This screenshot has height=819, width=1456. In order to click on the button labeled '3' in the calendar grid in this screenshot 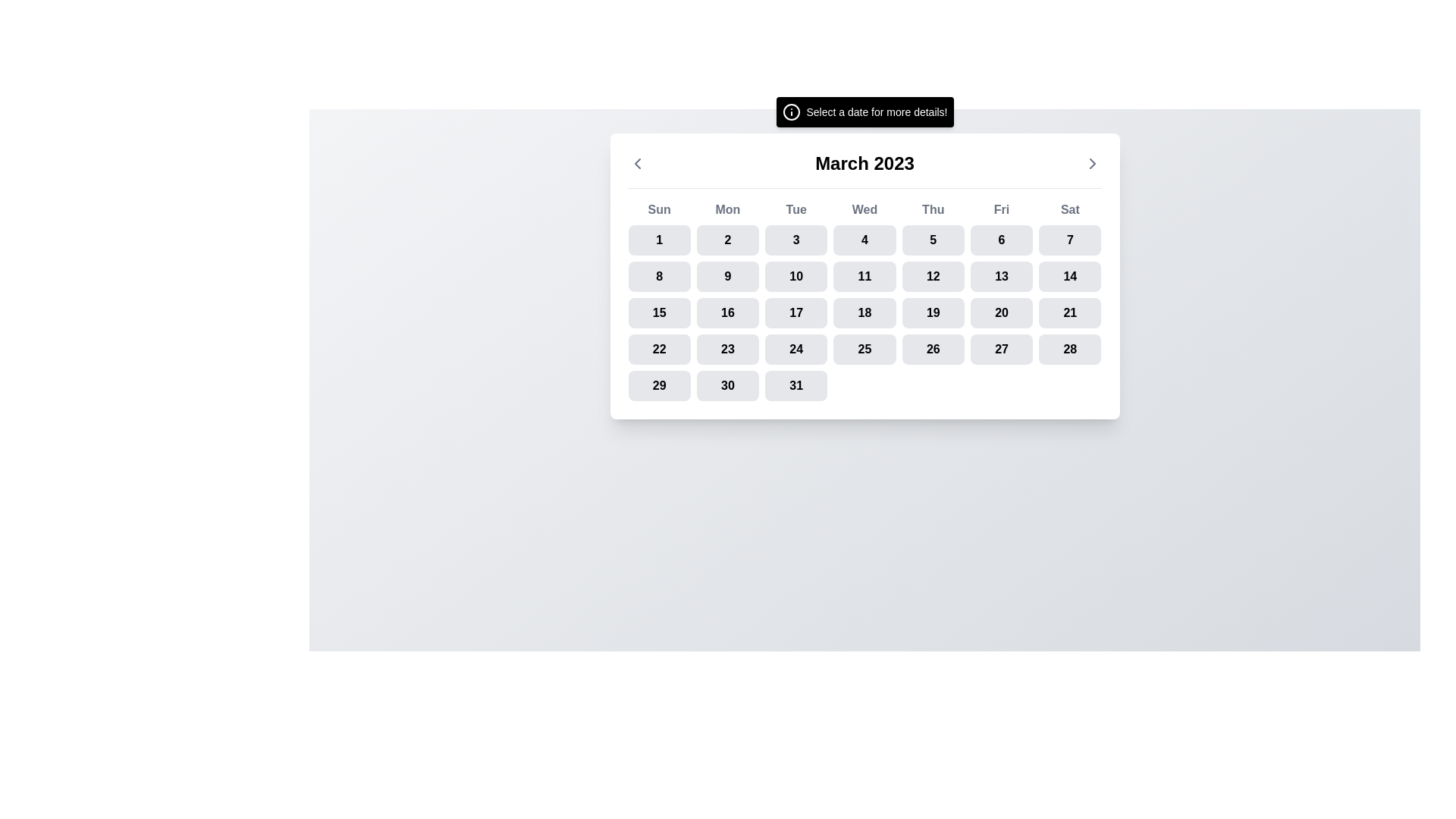, I will do `click(795, 239)`.